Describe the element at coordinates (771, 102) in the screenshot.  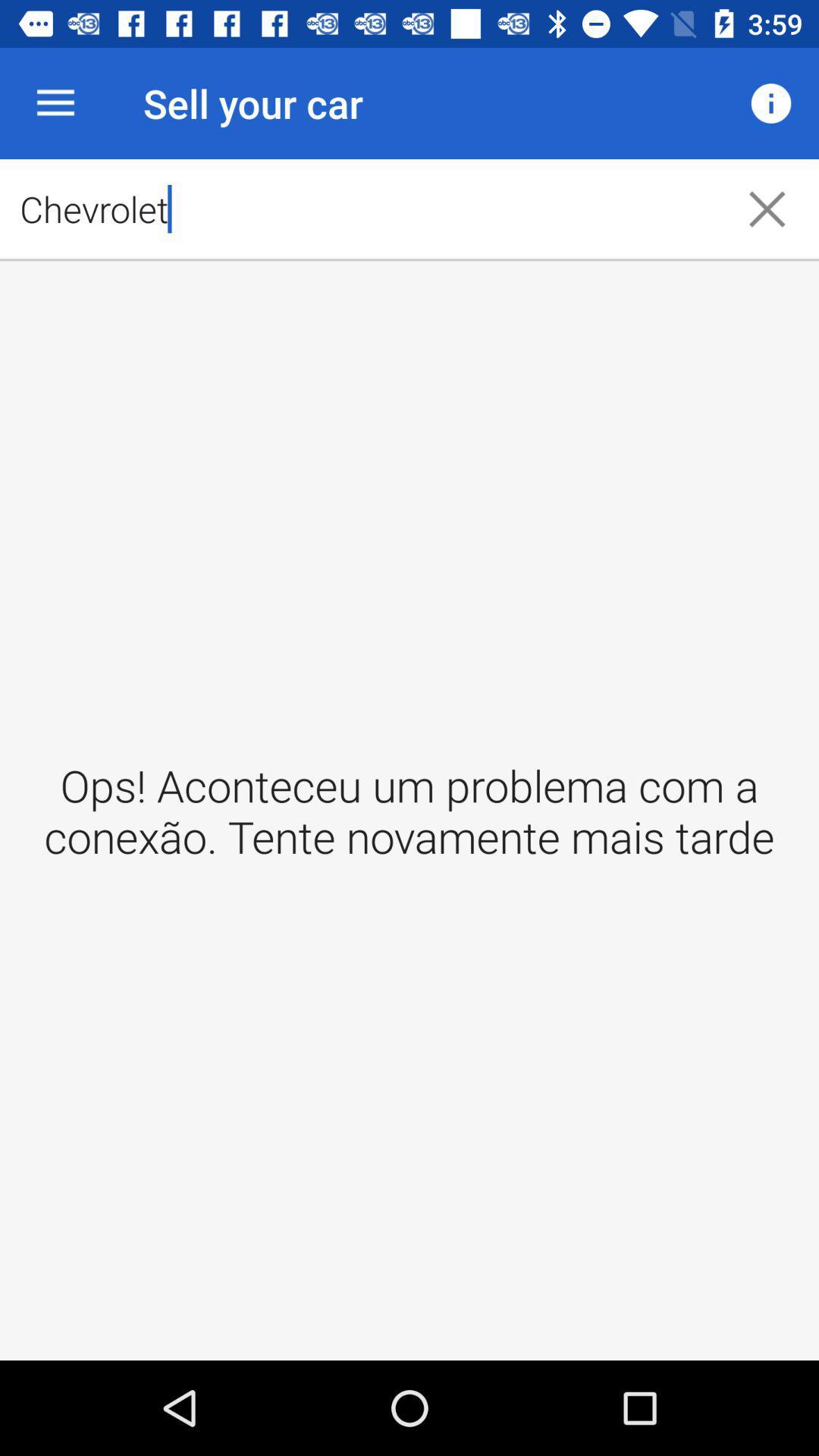
I see `item to the right of the chevrolet icon` at that location.